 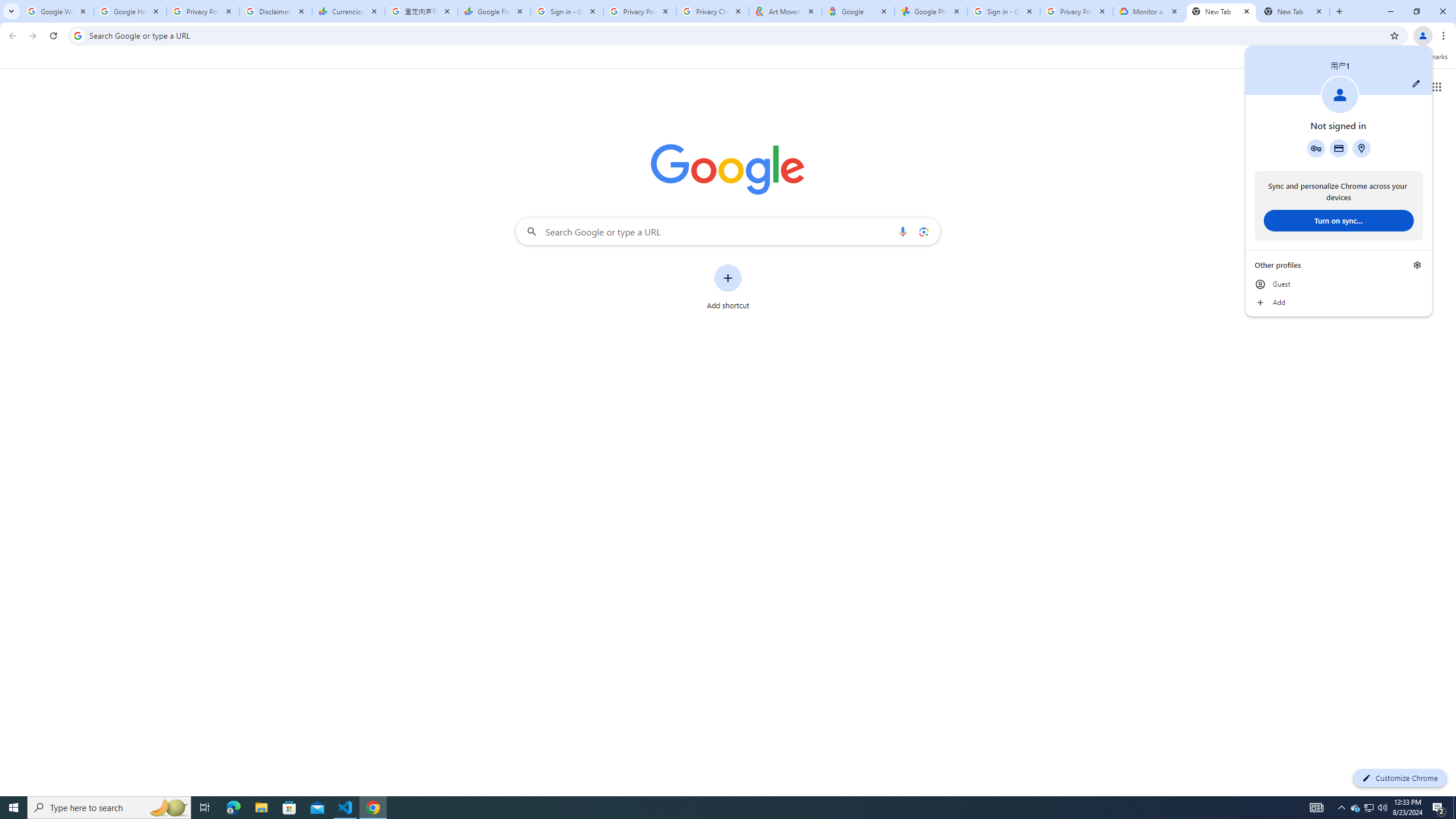 What do you see at coordinates (712, 11) in the screenshot?
I see `'Privacy Checkup'` at bounding box center [712, 11].